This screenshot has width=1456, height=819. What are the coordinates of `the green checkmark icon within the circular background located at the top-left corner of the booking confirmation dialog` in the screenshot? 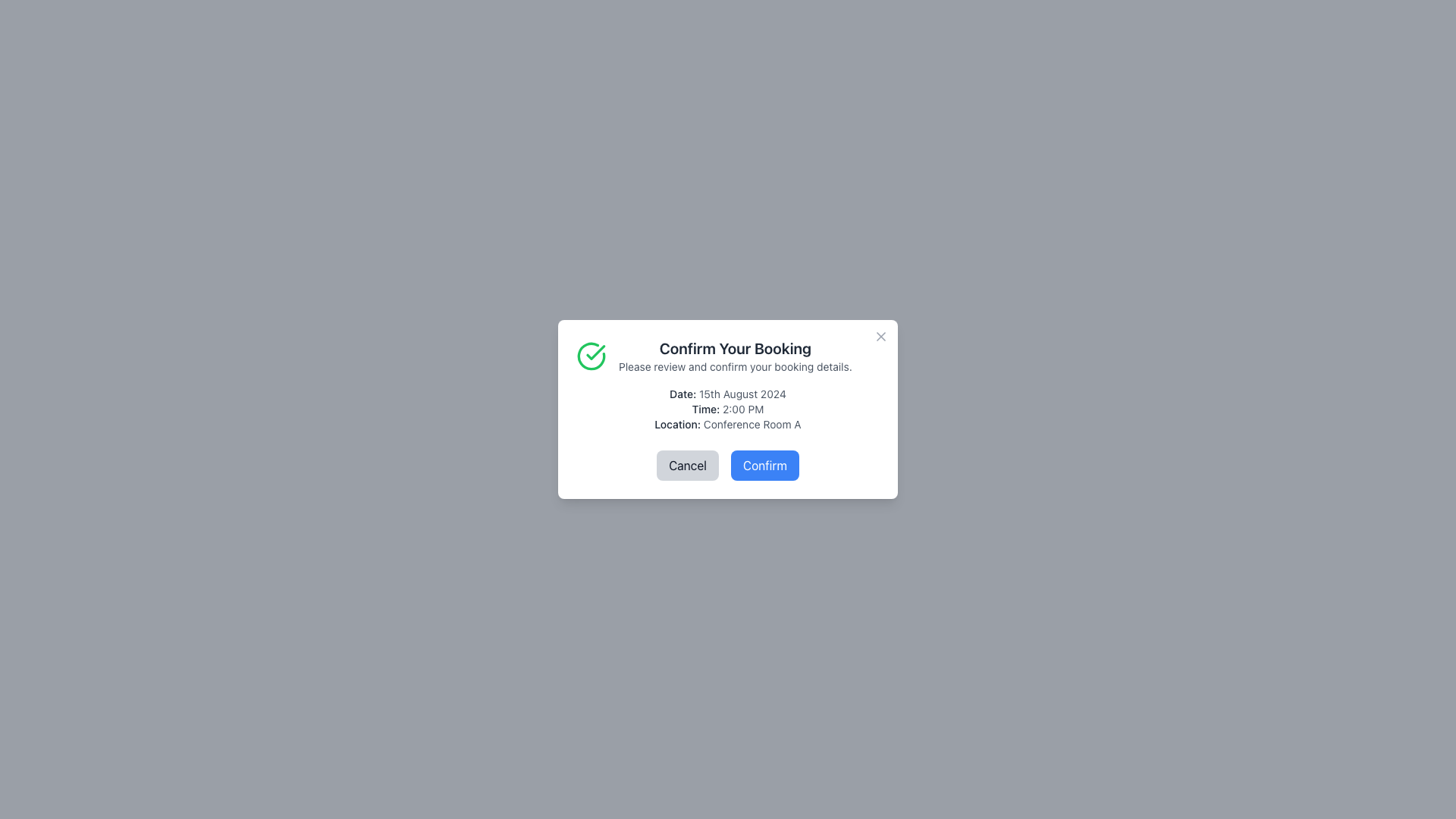 It's located at (595, 353).